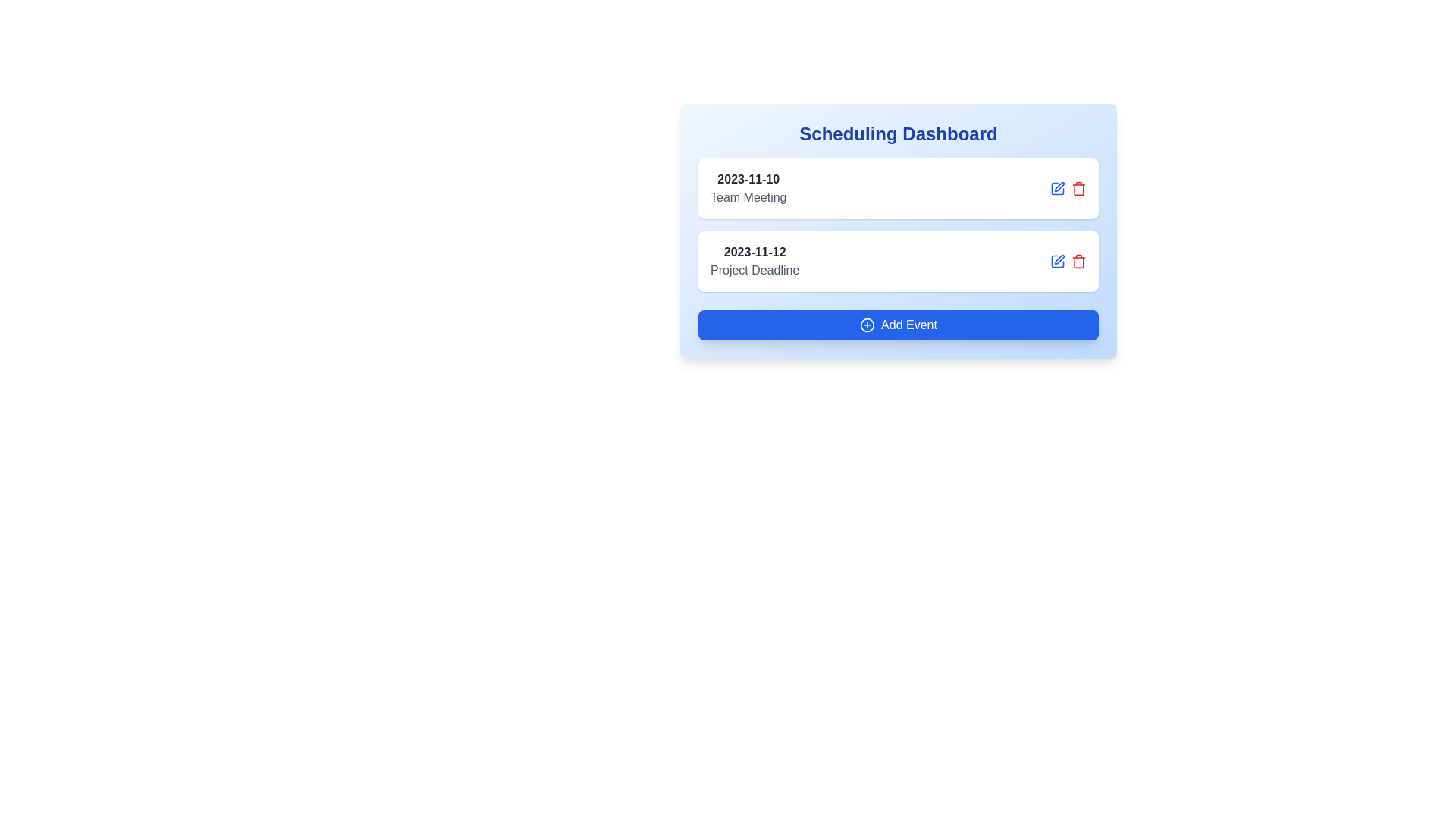 This screenshot has height=819, width=1456. What do you see at coordinates (1058, 186) in the screenshot?
I see `the 'edit' icon button located adjacent to the event titles in the right section of the interface to initiate the editing process` at bounding box center [1058, 186].